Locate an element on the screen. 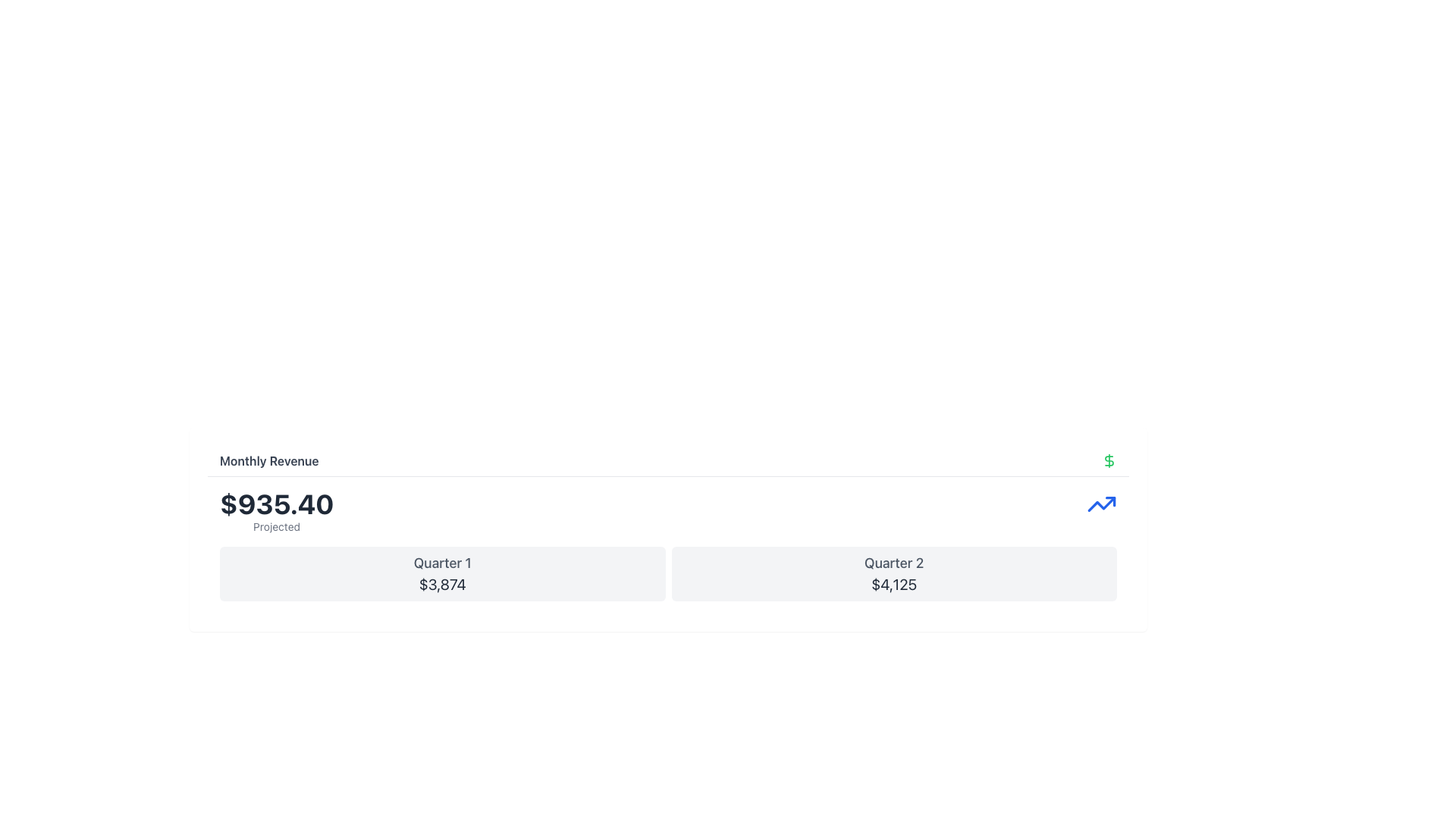 This screenshot has height=819, width=1456. the Informational Card displaying Quarter 1 financial information with a revenue amount of $3,874, located in the first column of a two-column grid below the 'Monthly Revenue' header is located at coordinates (441, 573).